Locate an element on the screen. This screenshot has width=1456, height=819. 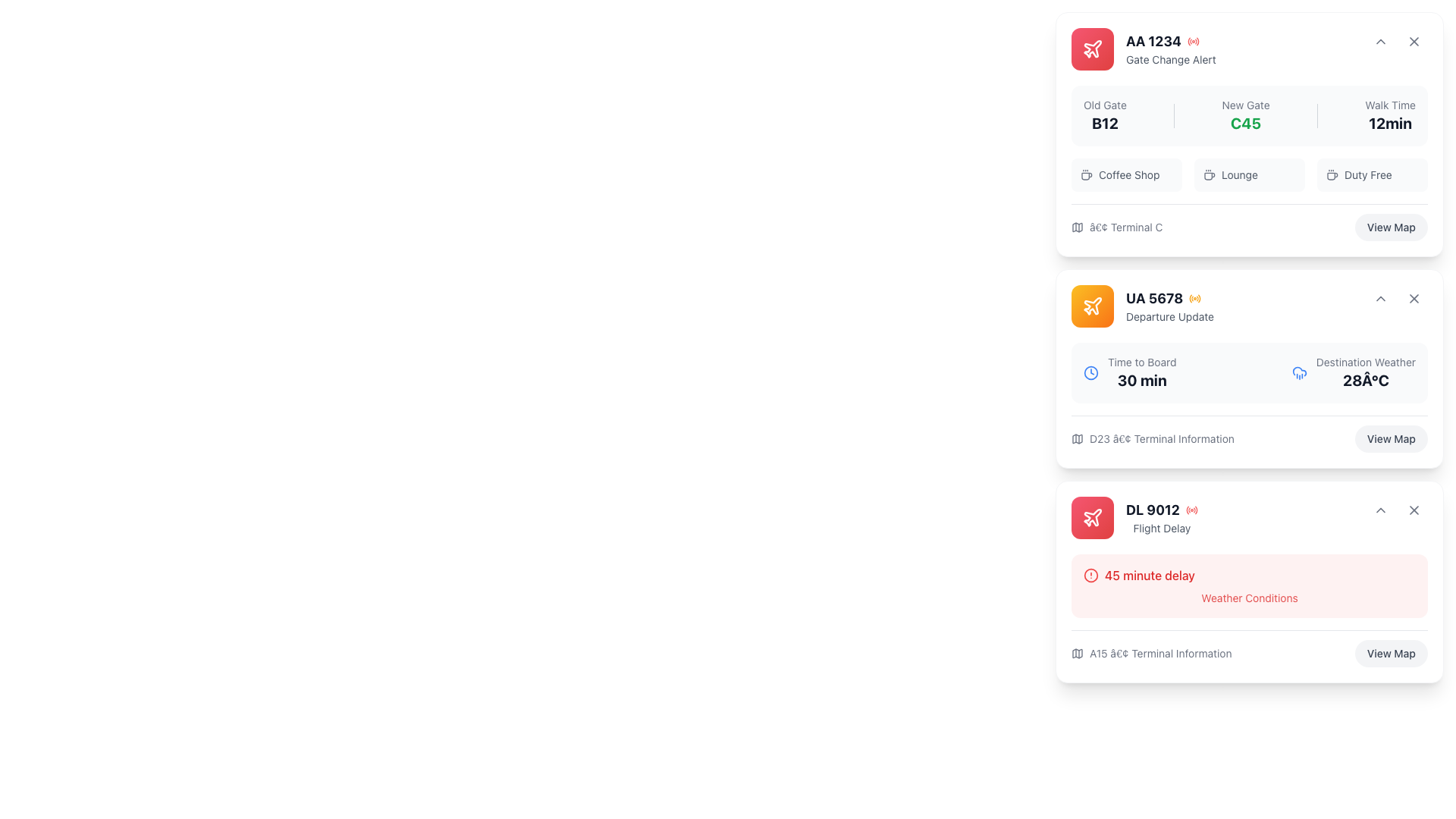
the red alert icon indicating a warning for flight DL 9012, which is located beneath the title '45 minute delay' is located at coordinates (1090, 576).